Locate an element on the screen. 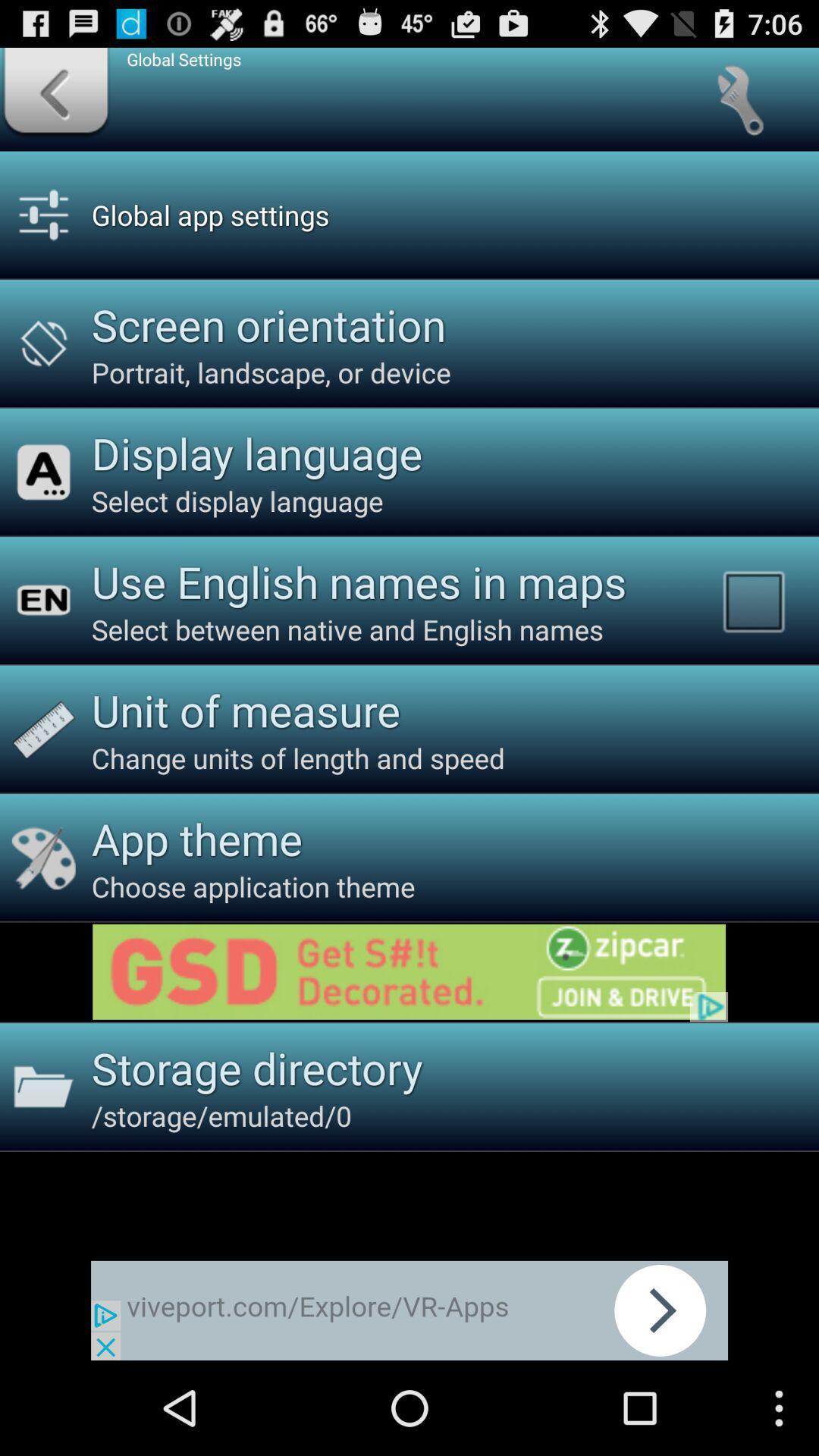 This screenshot has height=1456, width=819. link to advertisement is located at coordinates (409, 972).